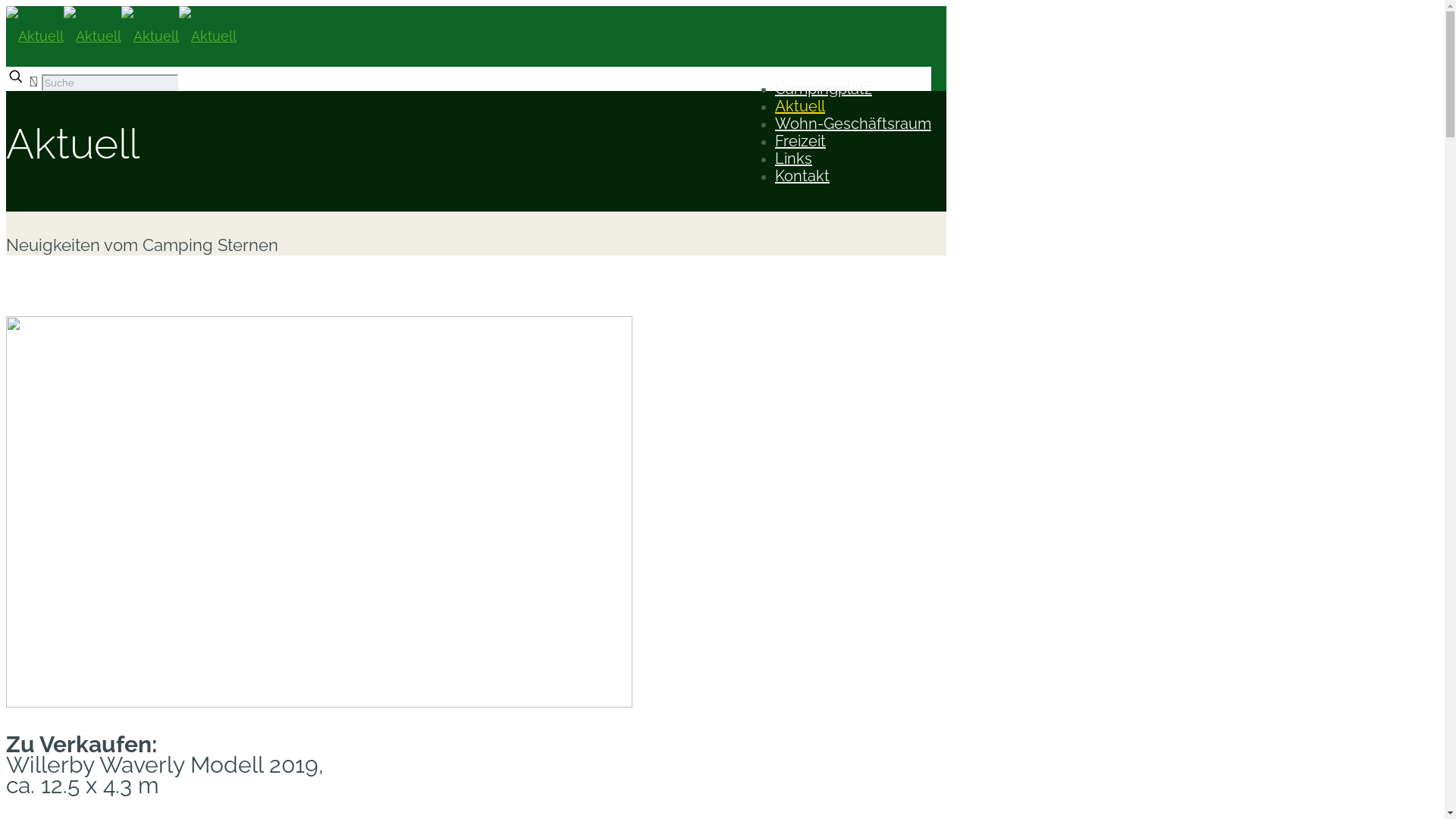  I want to click on 'Links', so click(792, 158).